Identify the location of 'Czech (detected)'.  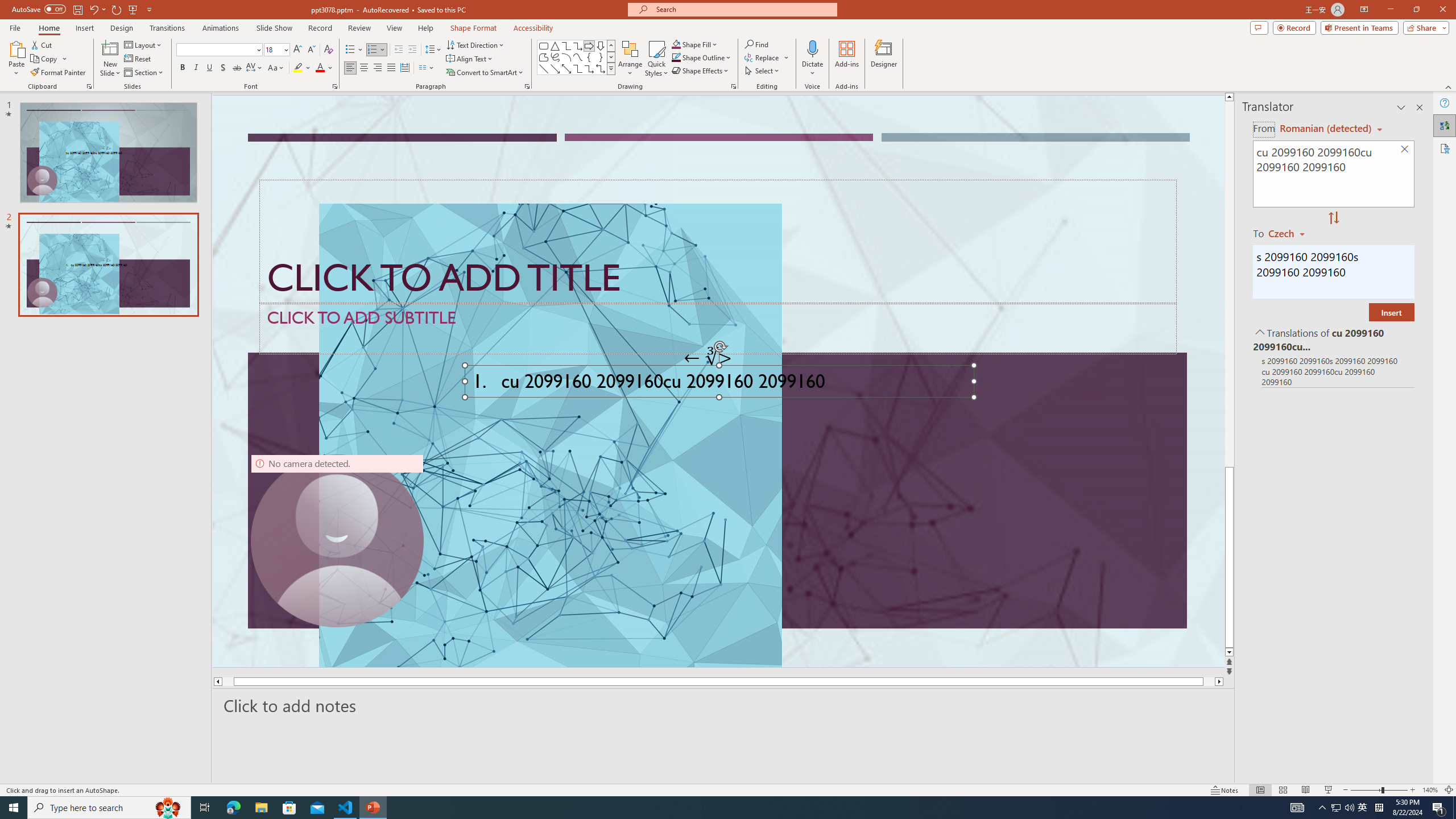
(1323, 128).